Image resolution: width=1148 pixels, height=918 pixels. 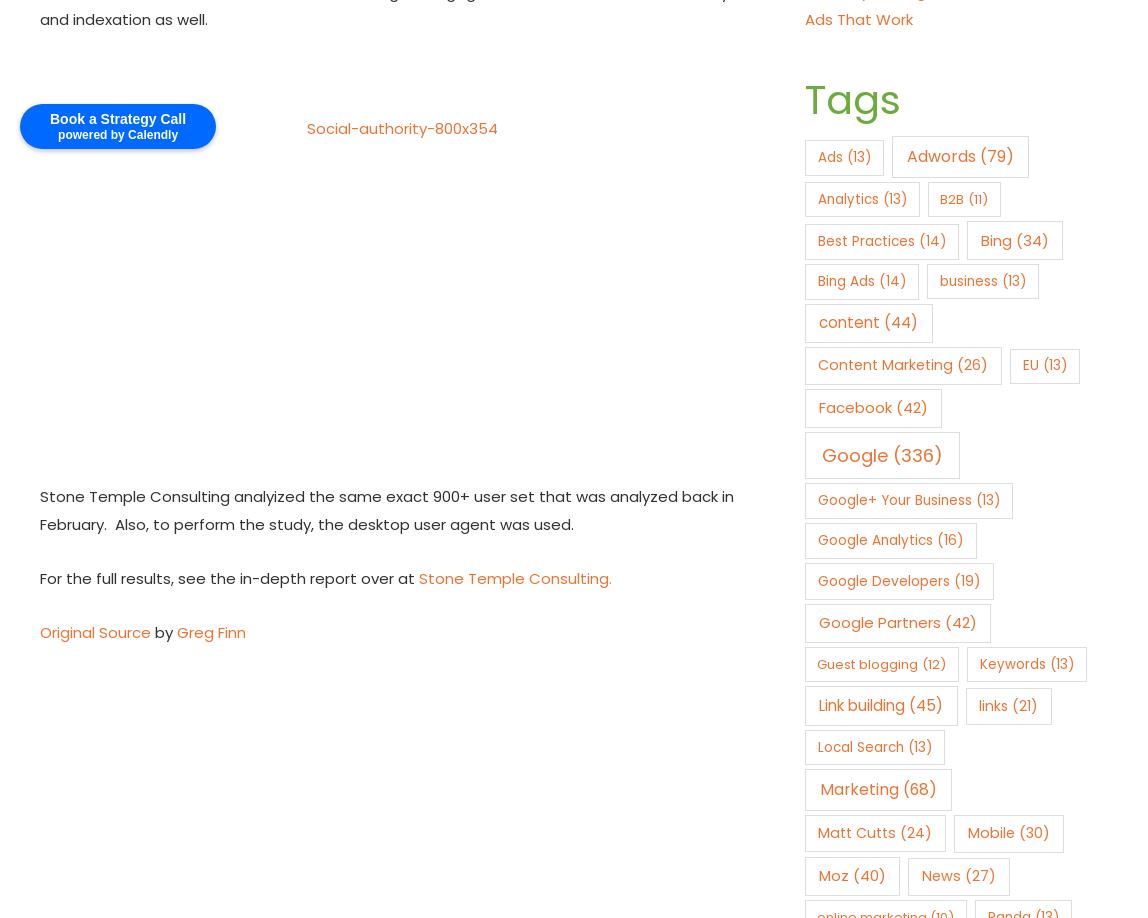 I want to click on '(12)', so click(x=931, y=663).